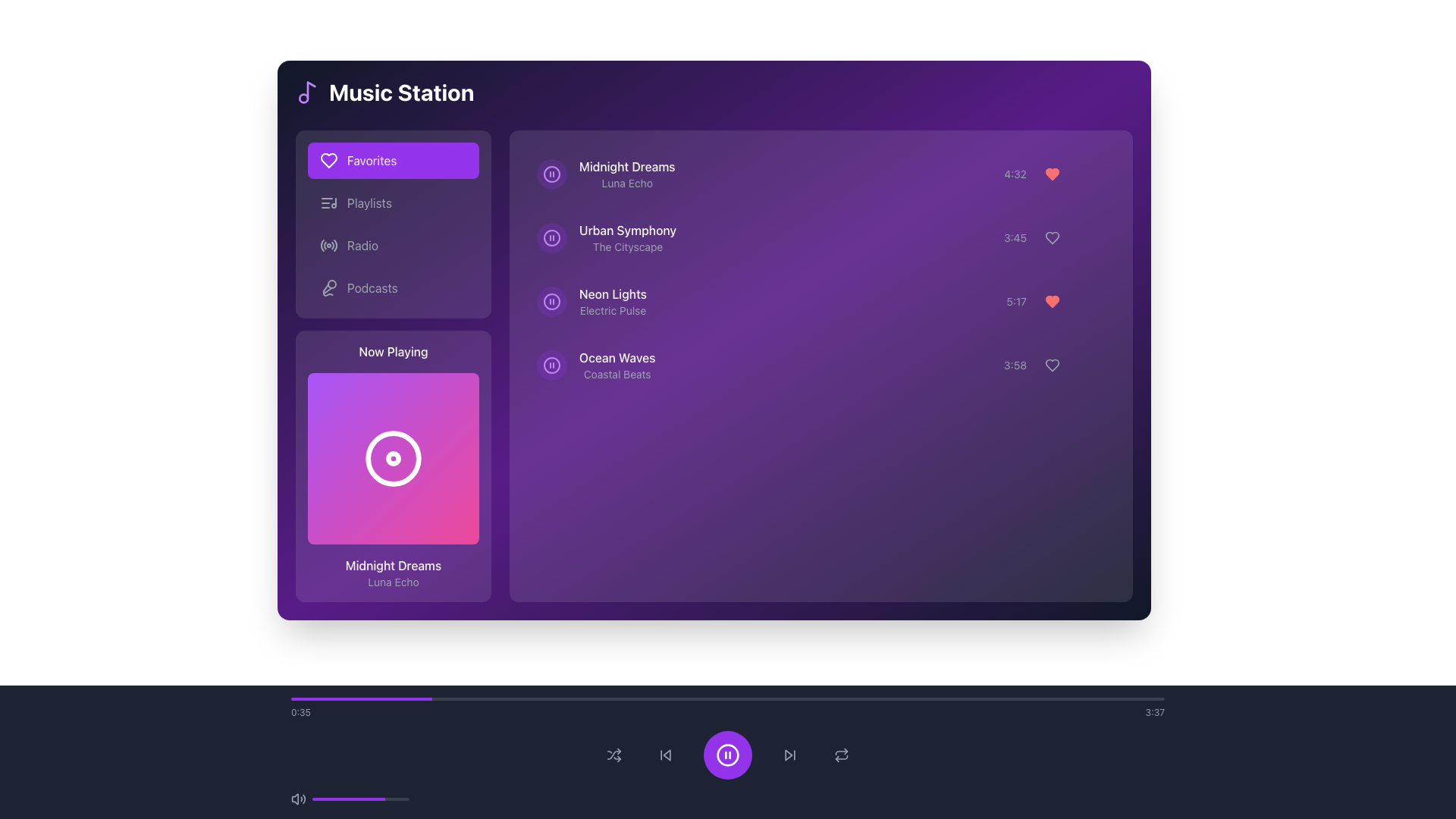 This screenshot has width=1456, height=819. I want to click on the favorite button icon located to the far right of the 'Neon Lights' song entry, which is the third item in the column of icons adjacent to song durations, so click(1051, 301).